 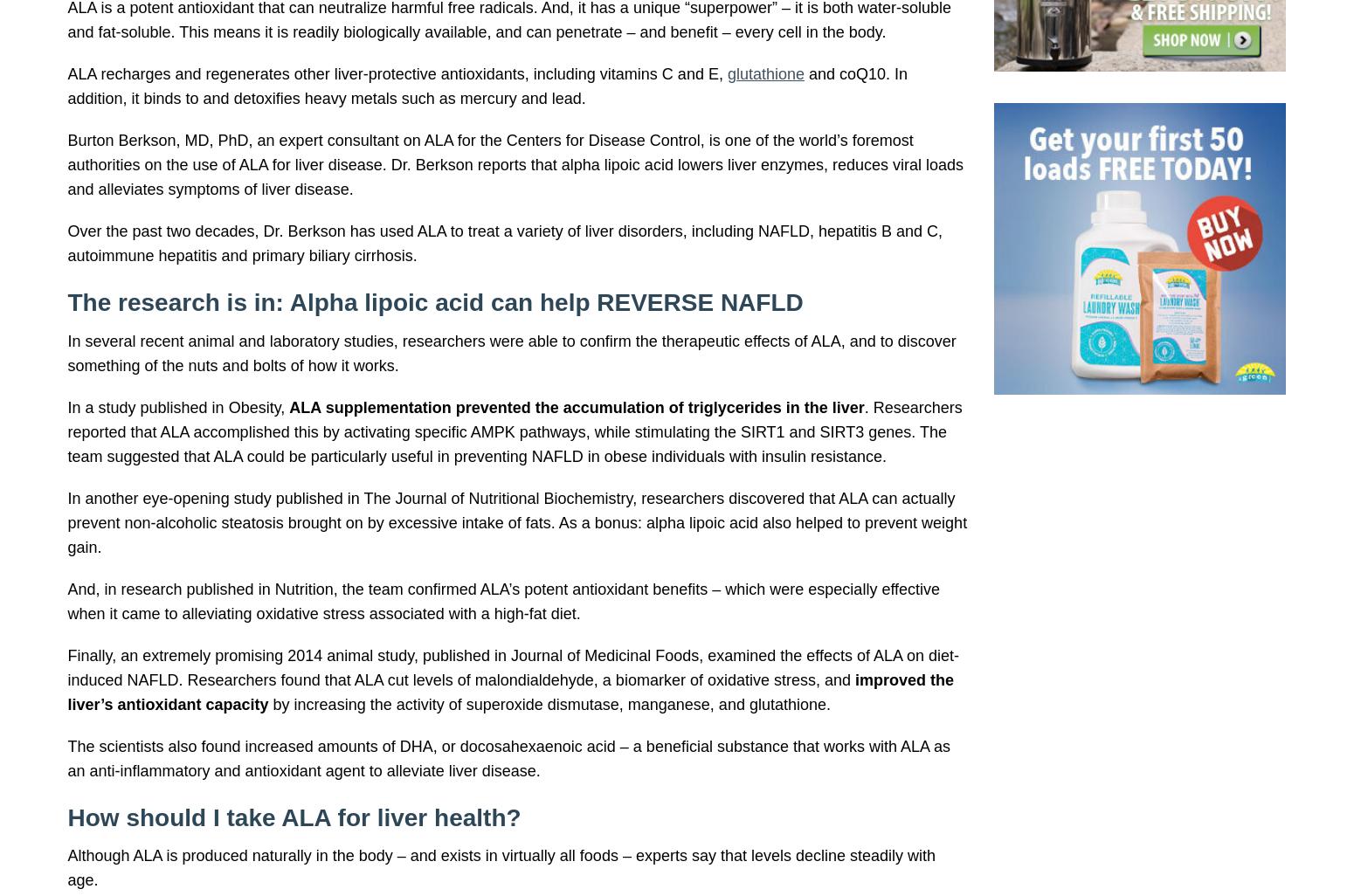 What do you see at coordinates (273, 63) in the screenshot?
I see `'Rena'` at bounding box center [273, 63].